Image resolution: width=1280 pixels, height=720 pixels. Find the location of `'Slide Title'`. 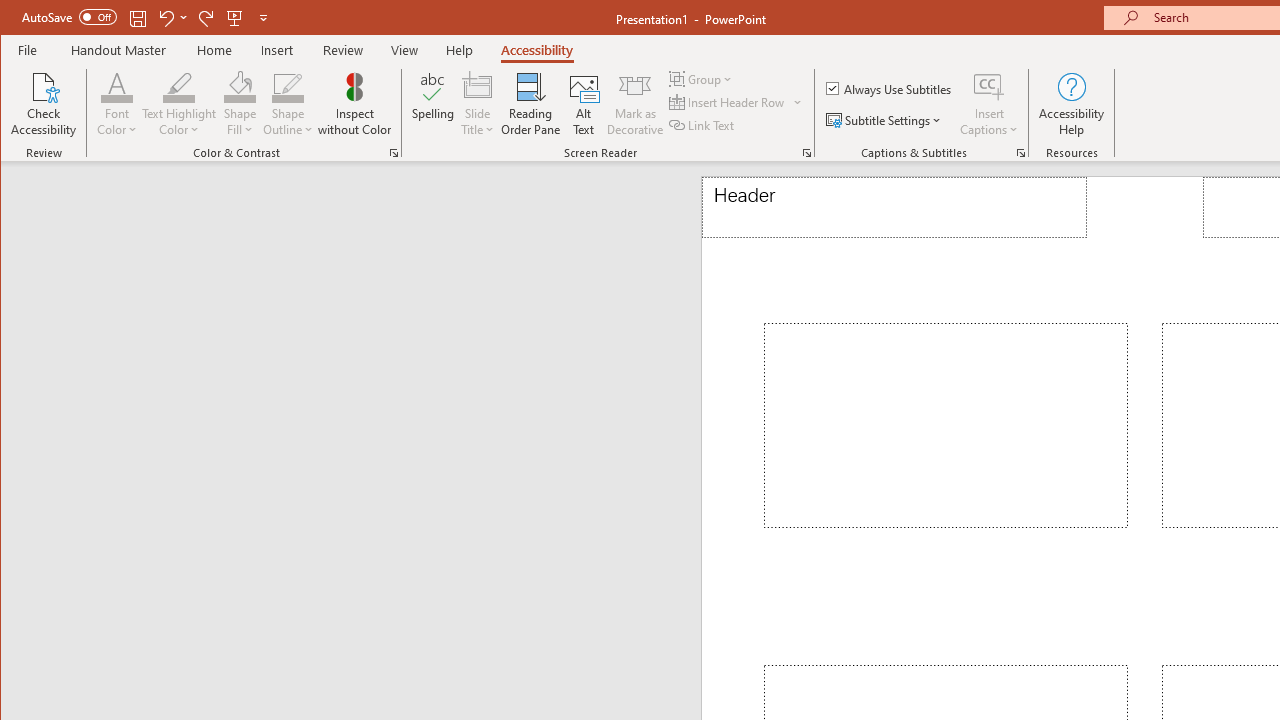

'Slide Title' is located at coordinates (477, 85).